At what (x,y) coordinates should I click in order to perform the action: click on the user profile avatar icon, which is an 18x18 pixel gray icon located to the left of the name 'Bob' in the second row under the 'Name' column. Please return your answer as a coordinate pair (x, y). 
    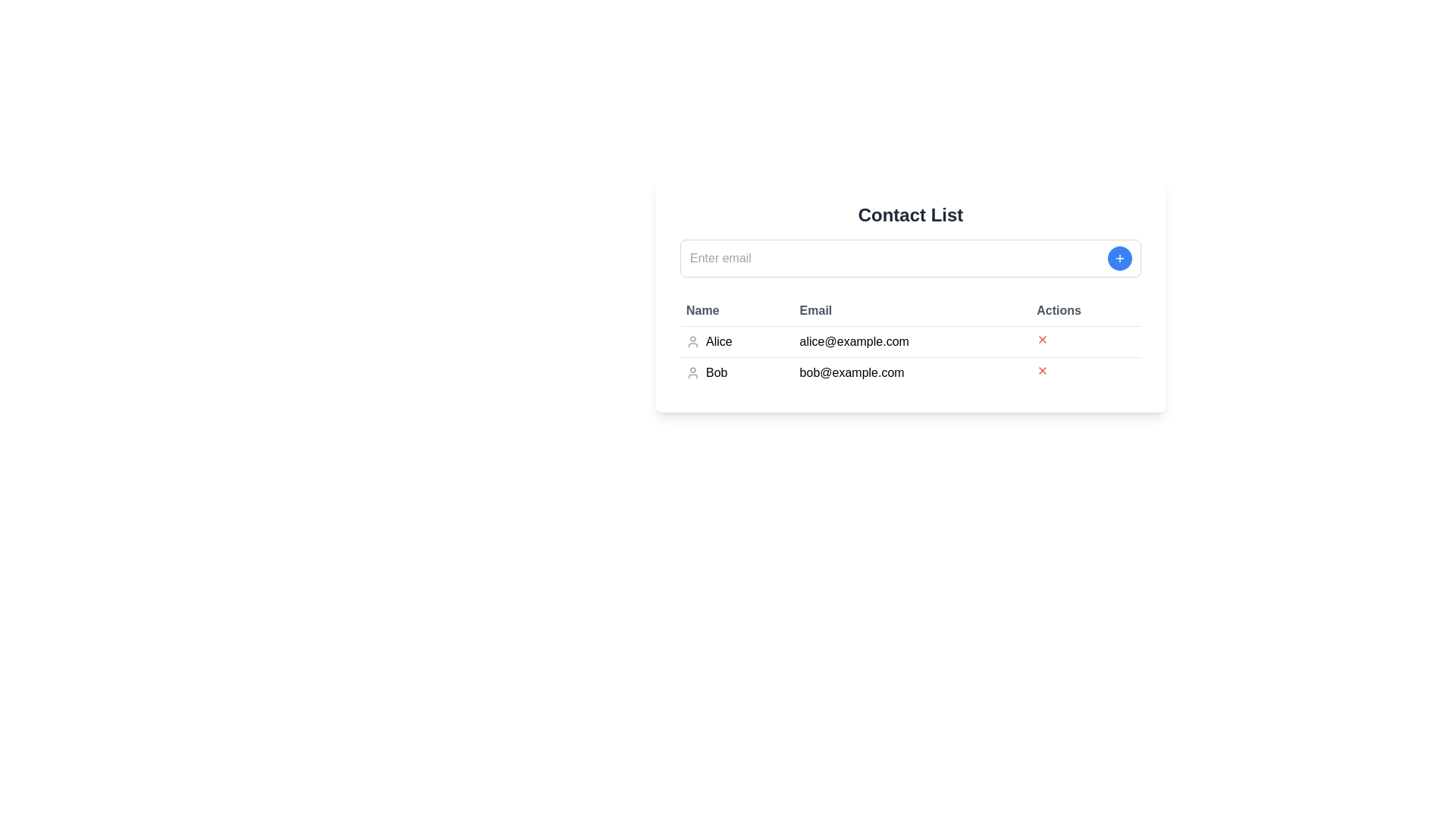
    Looking at the image, I should click on (692, 373).